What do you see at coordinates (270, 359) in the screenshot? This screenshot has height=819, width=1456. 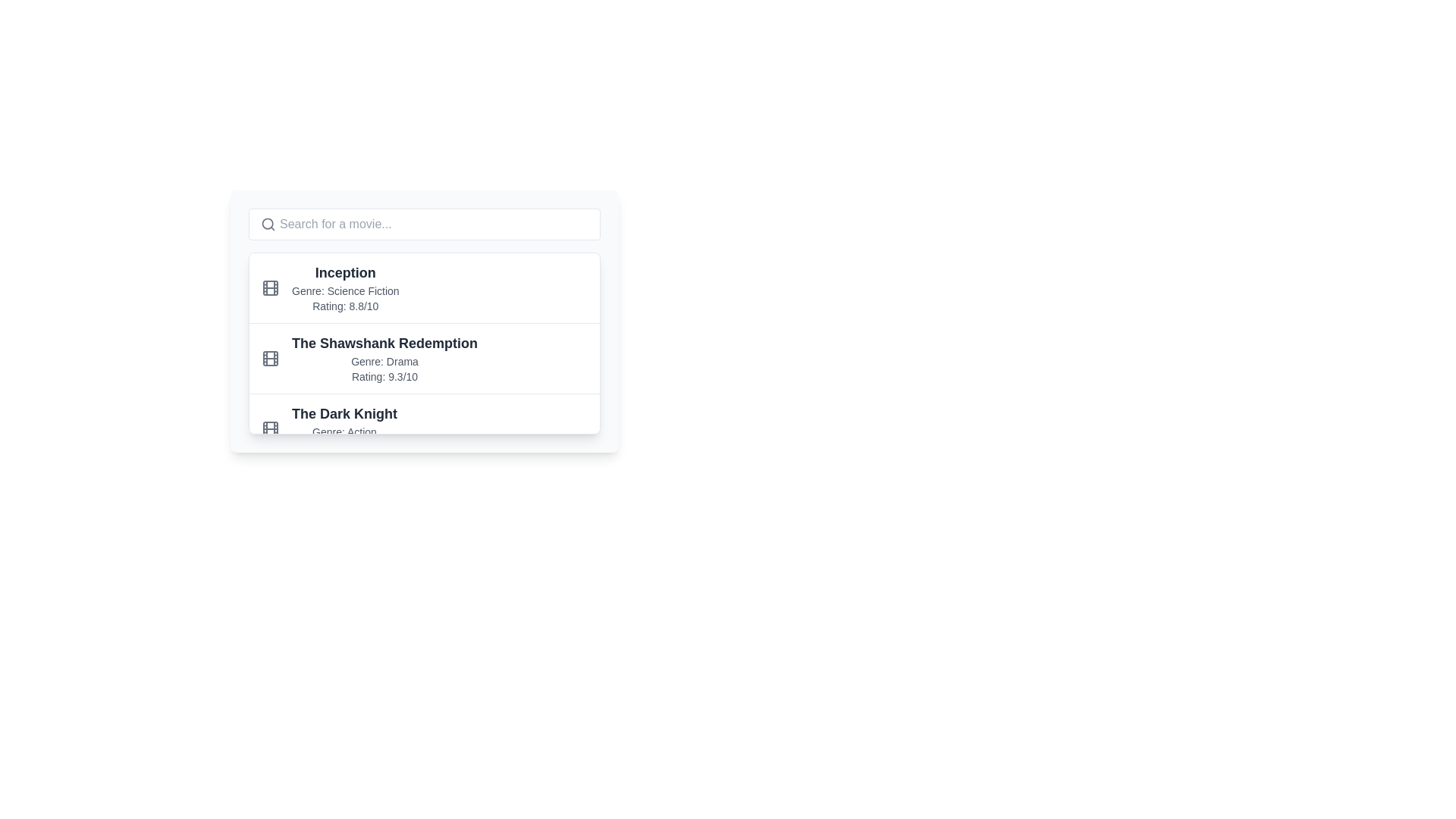 I see `the film reel icon representing 'The Shawshank Redemption', which is styled in gray and located to the left of the movie title` at bounding box center [270, 359].